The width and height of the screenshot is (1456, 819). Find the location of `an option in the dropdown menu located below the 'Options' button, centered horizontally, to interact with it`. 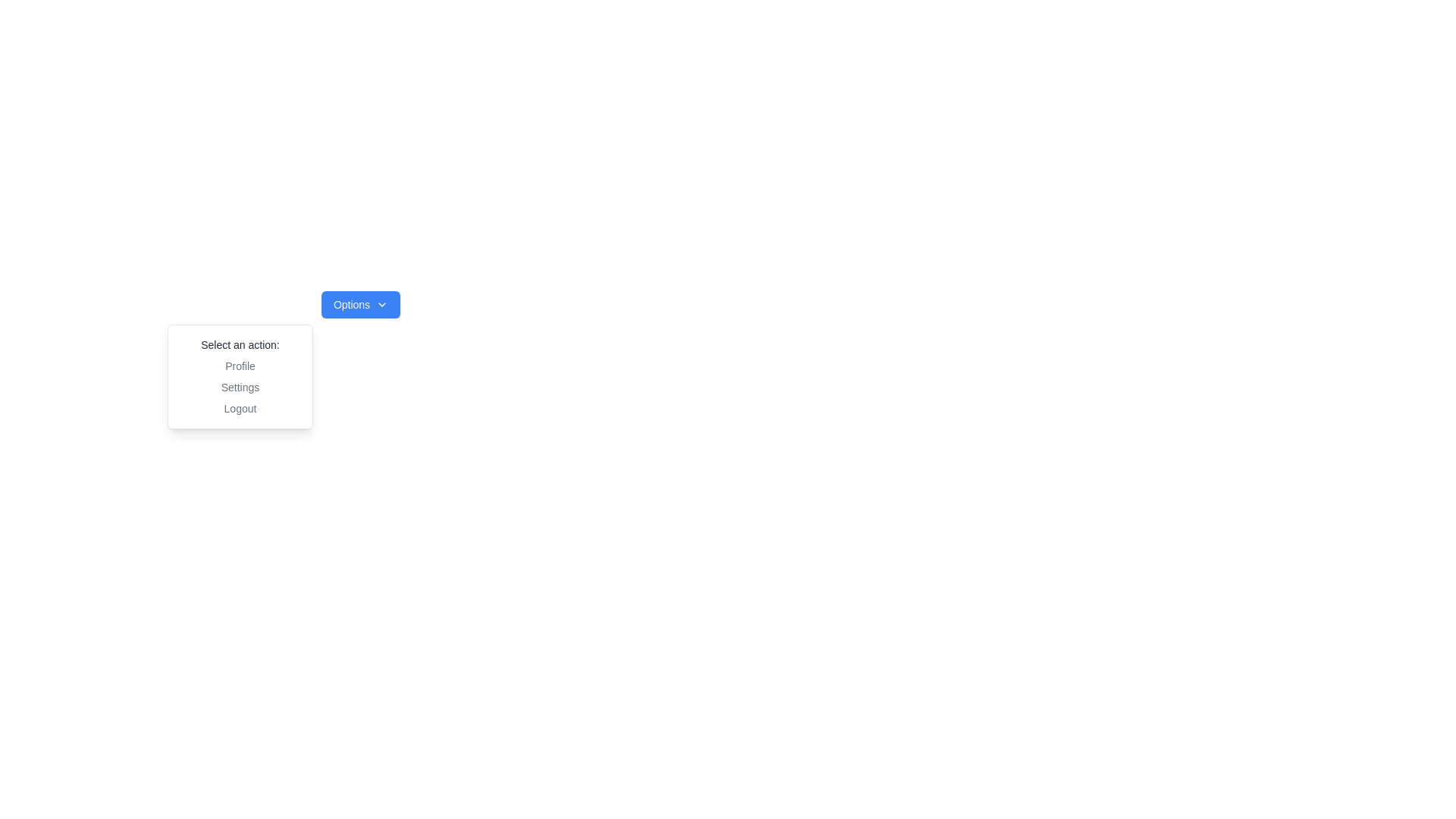

an option in the dropdown menu located below the 'Options' button, centered horizontally, to interact with it is located at coordinates (239, 376).